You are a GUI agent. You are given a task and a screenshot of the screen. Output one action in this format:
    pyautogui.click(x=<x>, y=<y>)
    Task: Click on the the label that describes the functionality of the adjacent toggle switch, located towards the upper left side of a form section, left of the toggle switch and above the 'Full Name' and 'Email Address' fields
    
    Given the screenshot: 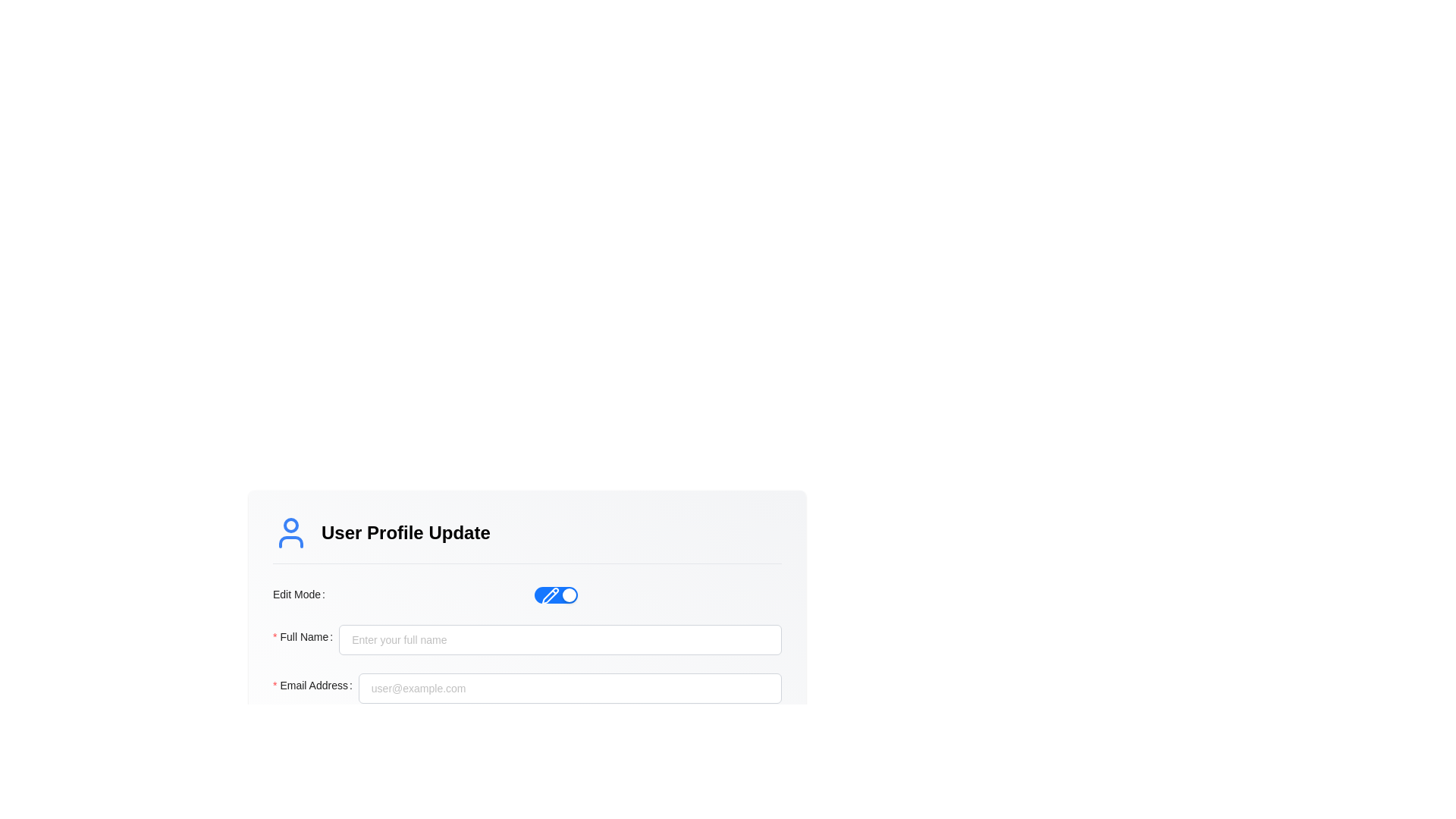 What is the action you would take?
    pyautogui.click(x=302, y=593)
    